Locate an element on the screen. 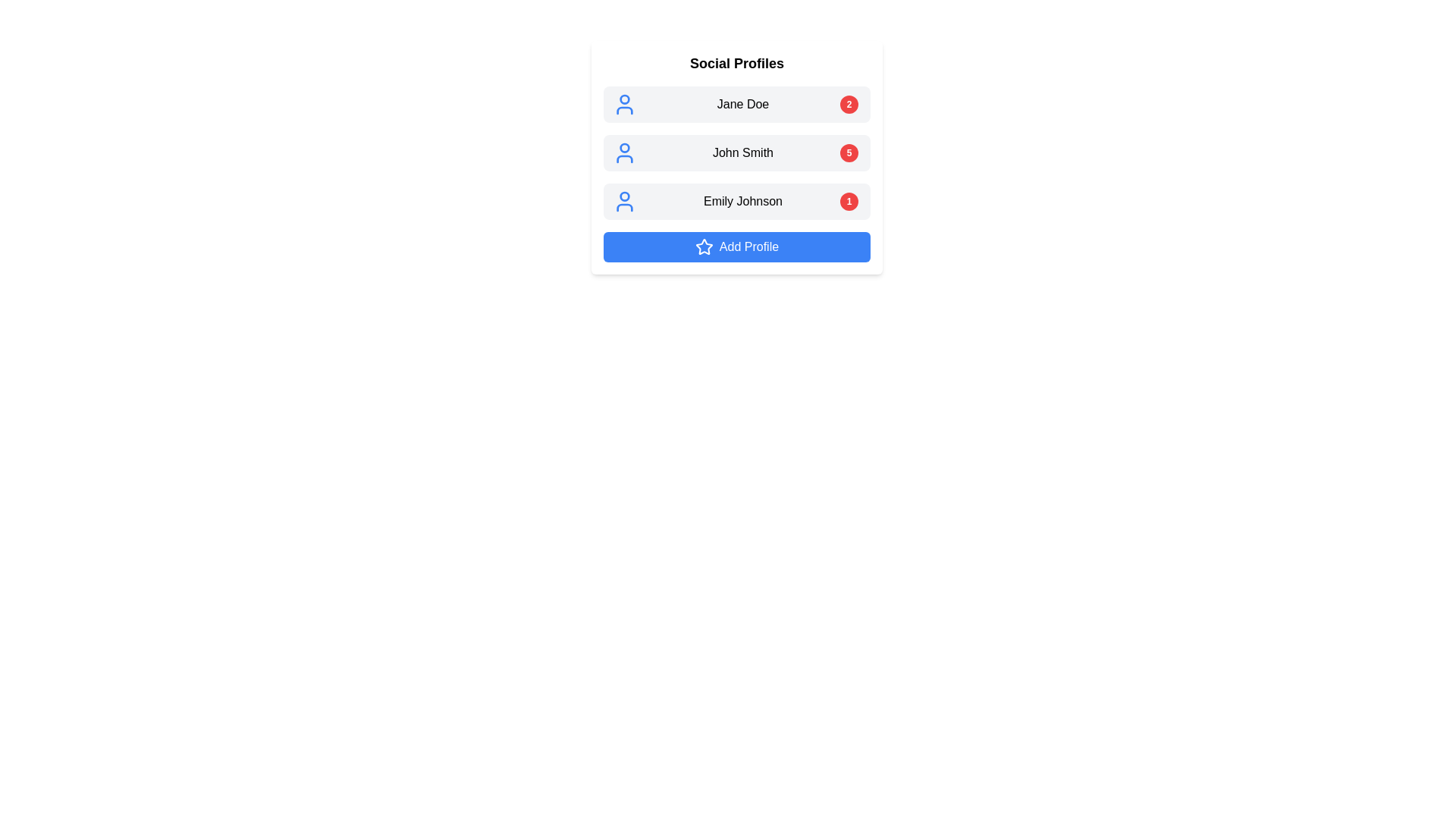  the displayed number on the small circular badge showing '5' in white text against a red background, located on the right side of 'John Smith' in the second row is located at coordinates (848, 152).